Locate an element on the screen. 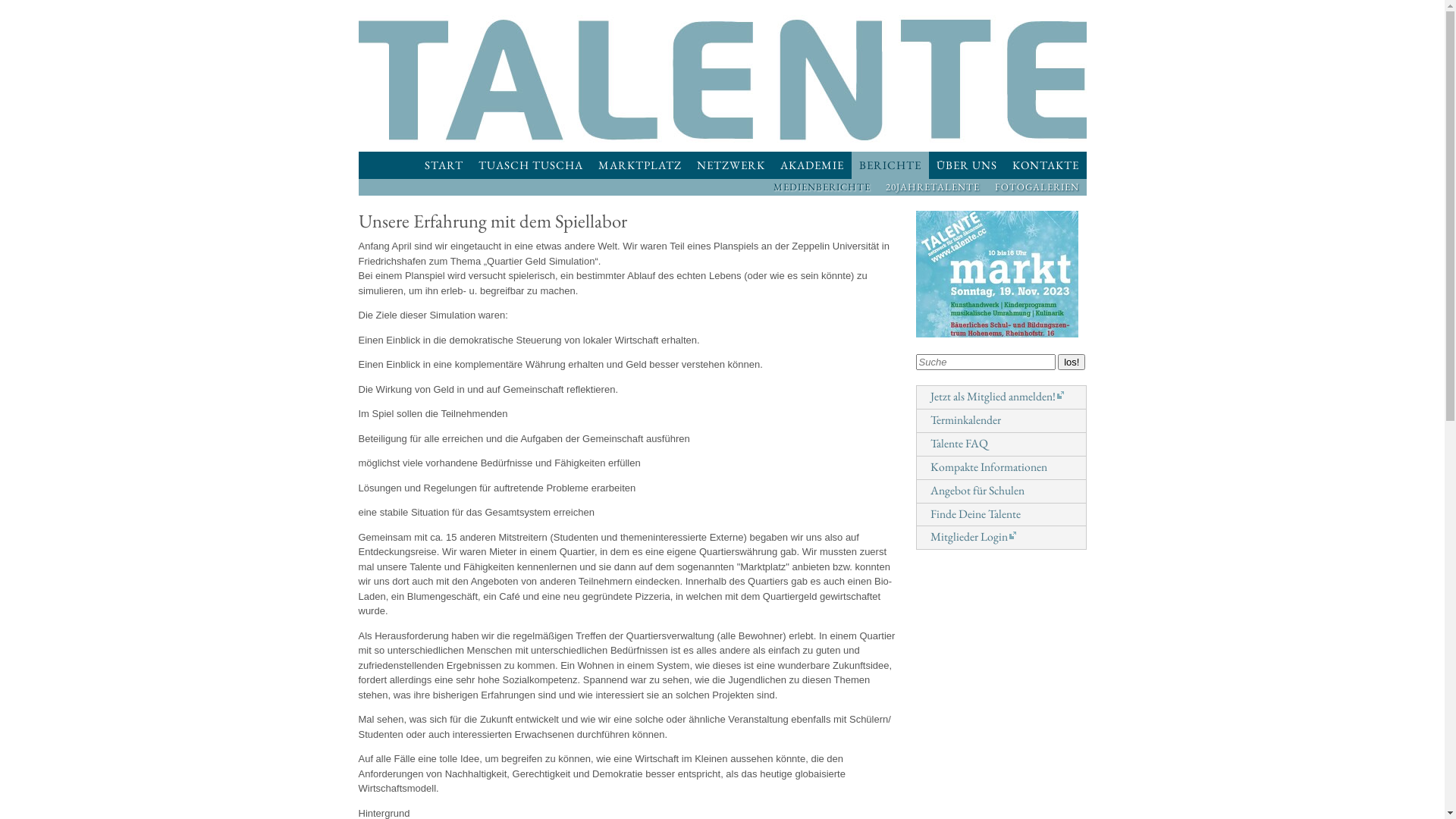 The height and width of the screenshot is (819, 1456). '20JAHRETALENTE' is located at coordinates (877, 186).